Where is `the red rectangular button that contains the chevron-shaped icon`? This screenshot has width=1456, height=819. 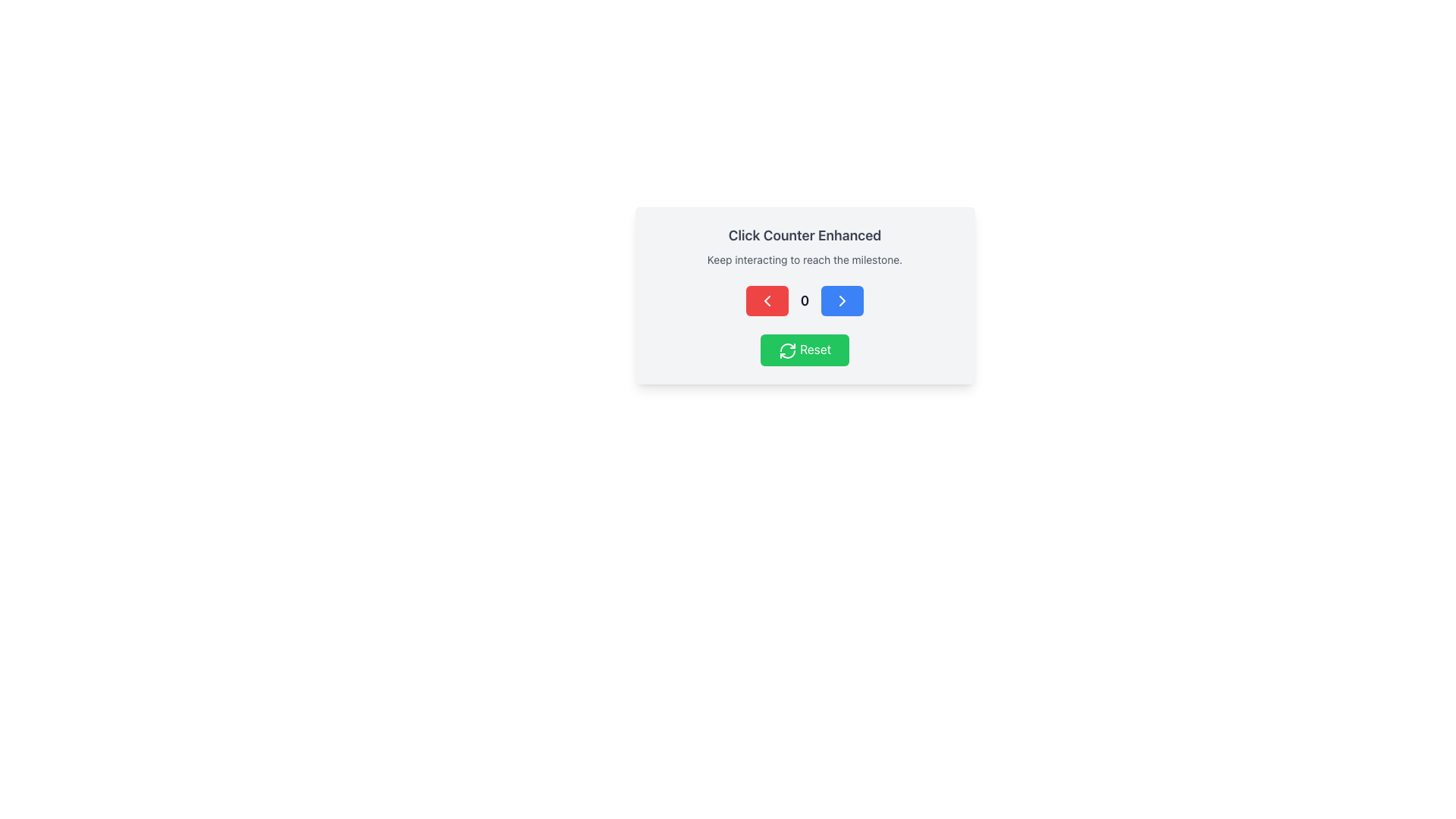 the red rectangular button that contains the chevron-shaped icon is located at coordinates (767, 301).